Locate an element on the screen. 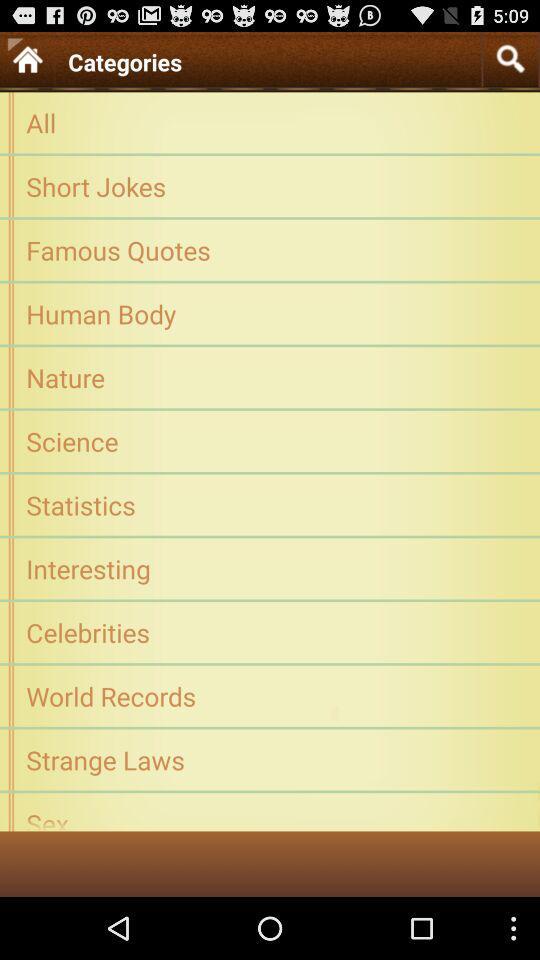  app above the strange laws icon is located at coordinates (270, 696).